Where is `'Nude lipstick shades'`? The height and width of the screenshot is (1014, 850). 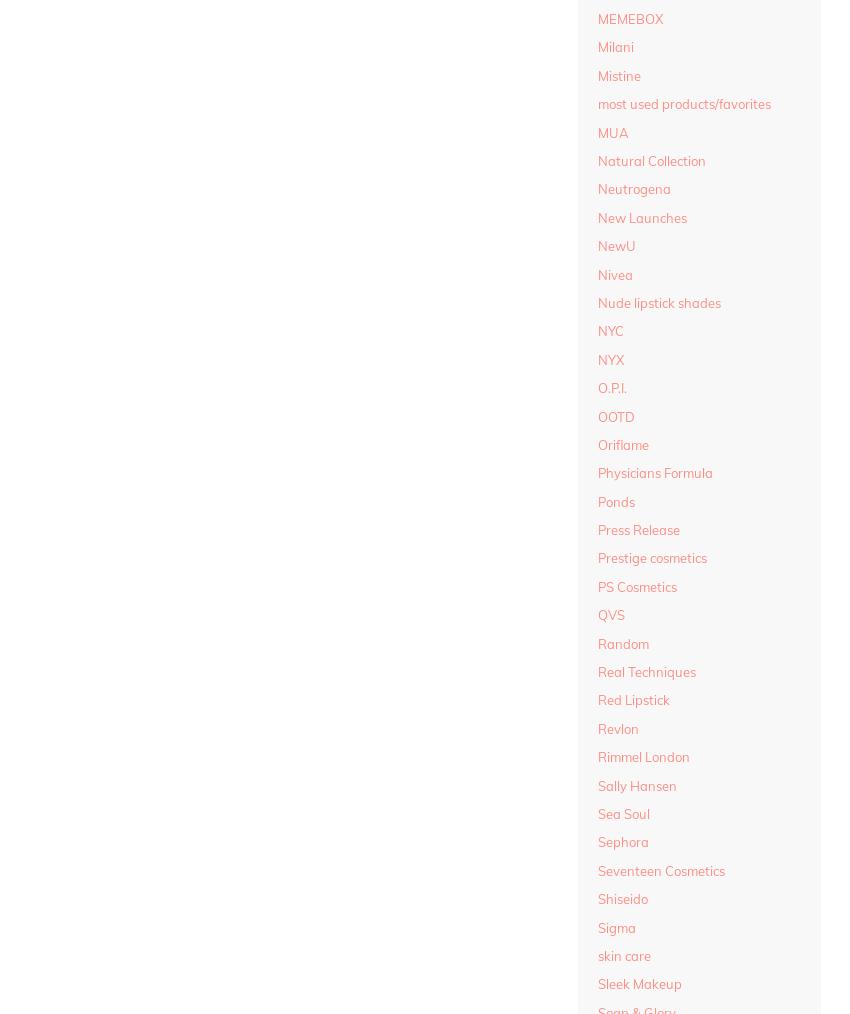
'Nude lipstick shades' is located at coordinates (659, 301).